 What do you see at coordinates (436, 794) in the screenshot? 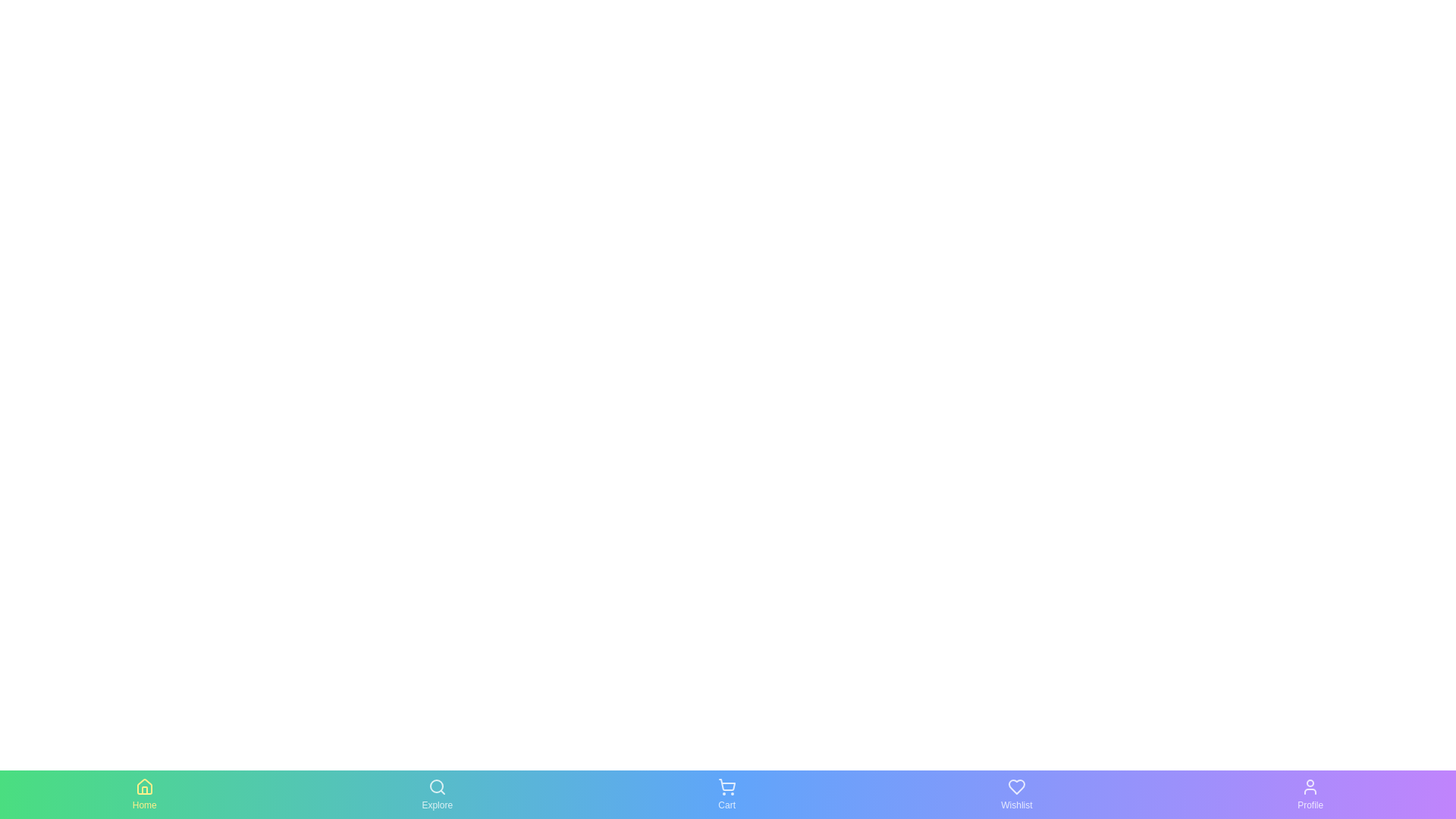
I see `the Explore tab by clicking on it` at bounding box center [436, 794].